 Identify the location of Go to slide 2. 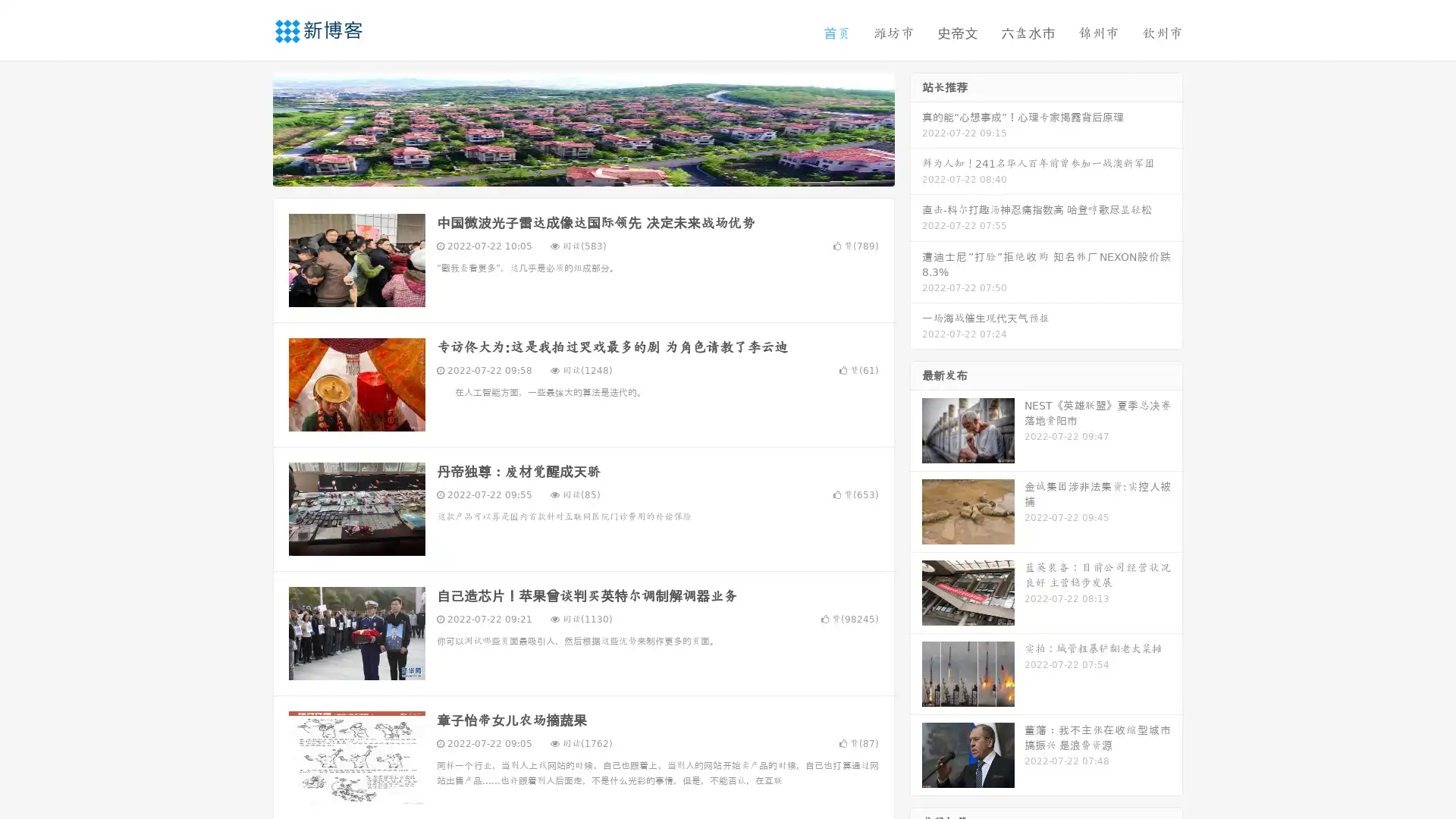
(582, 171).